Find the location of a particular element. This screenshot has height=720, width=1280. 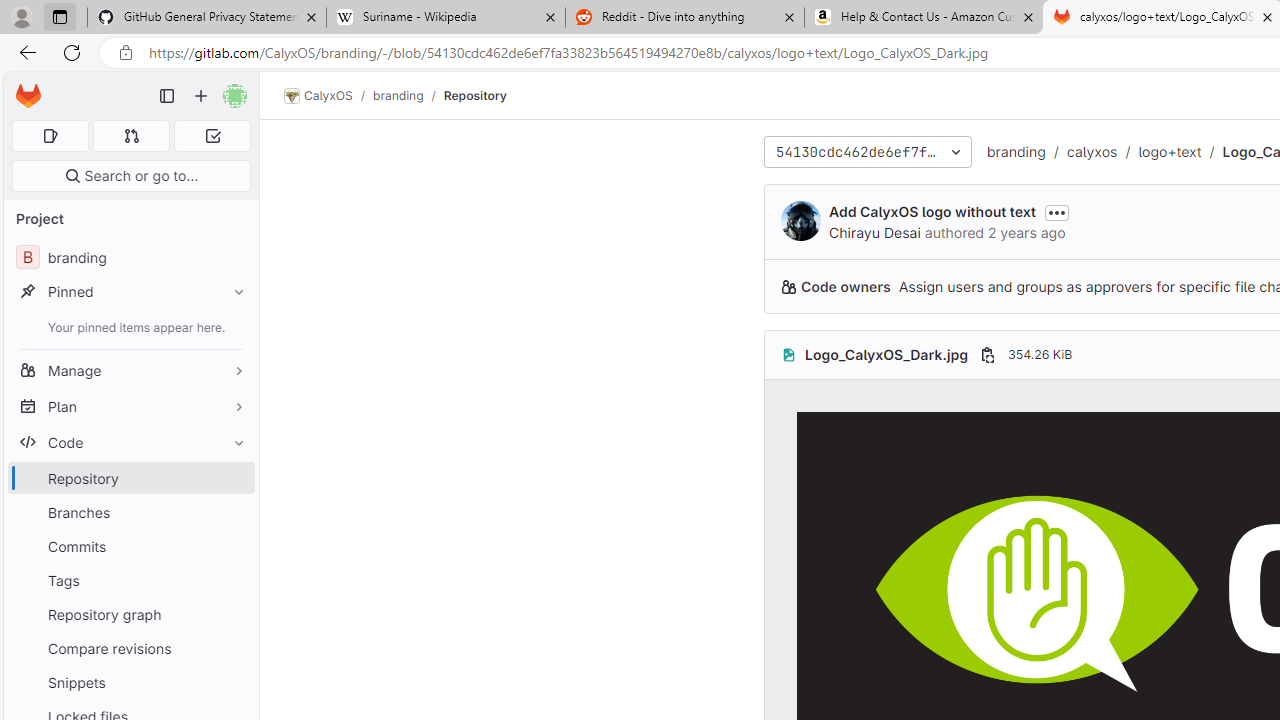

'CalyxOS' is located at coordinates (317, 96).